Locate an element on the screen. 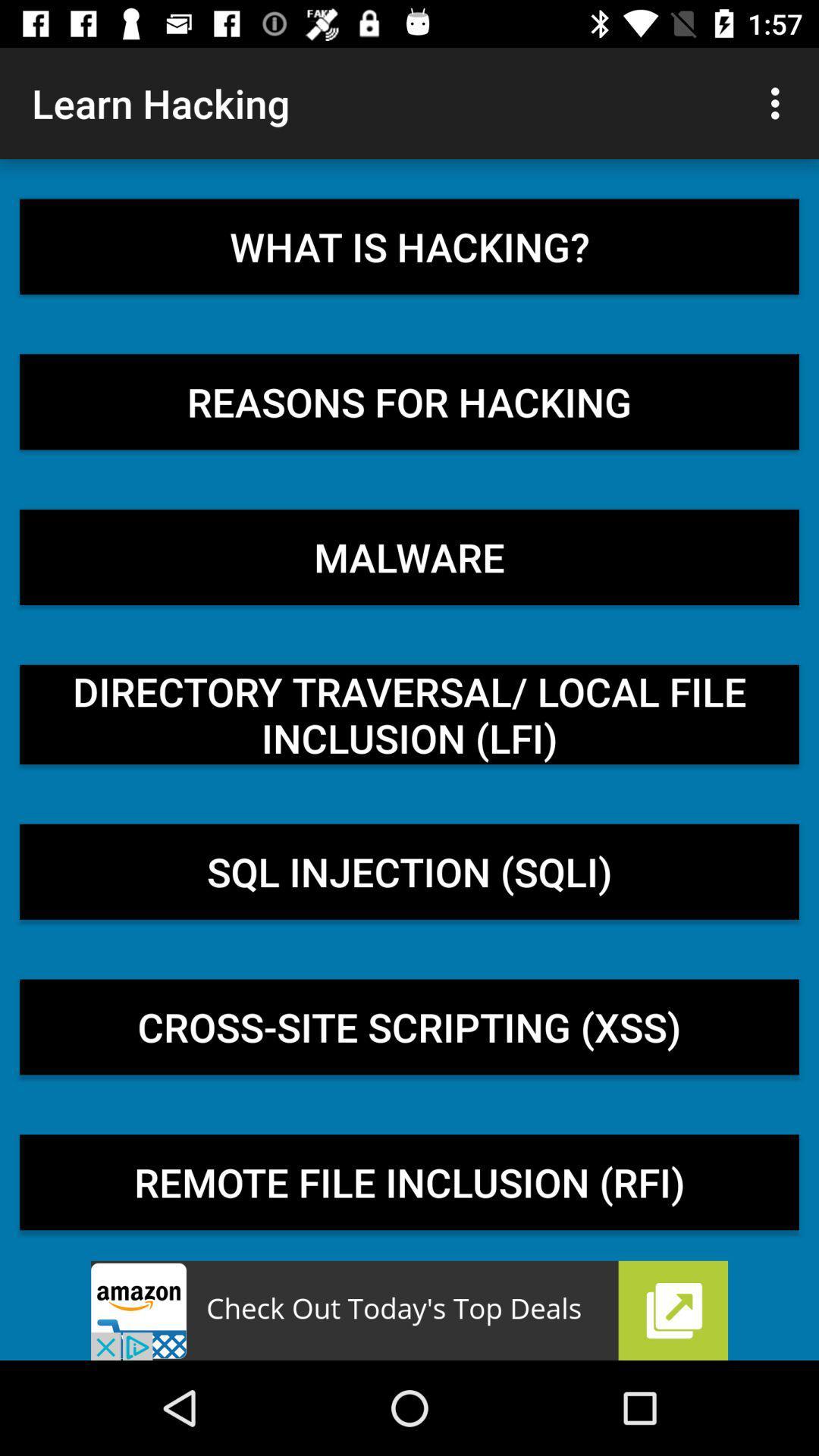  open amazon application is located at coordinates (409, 1310).